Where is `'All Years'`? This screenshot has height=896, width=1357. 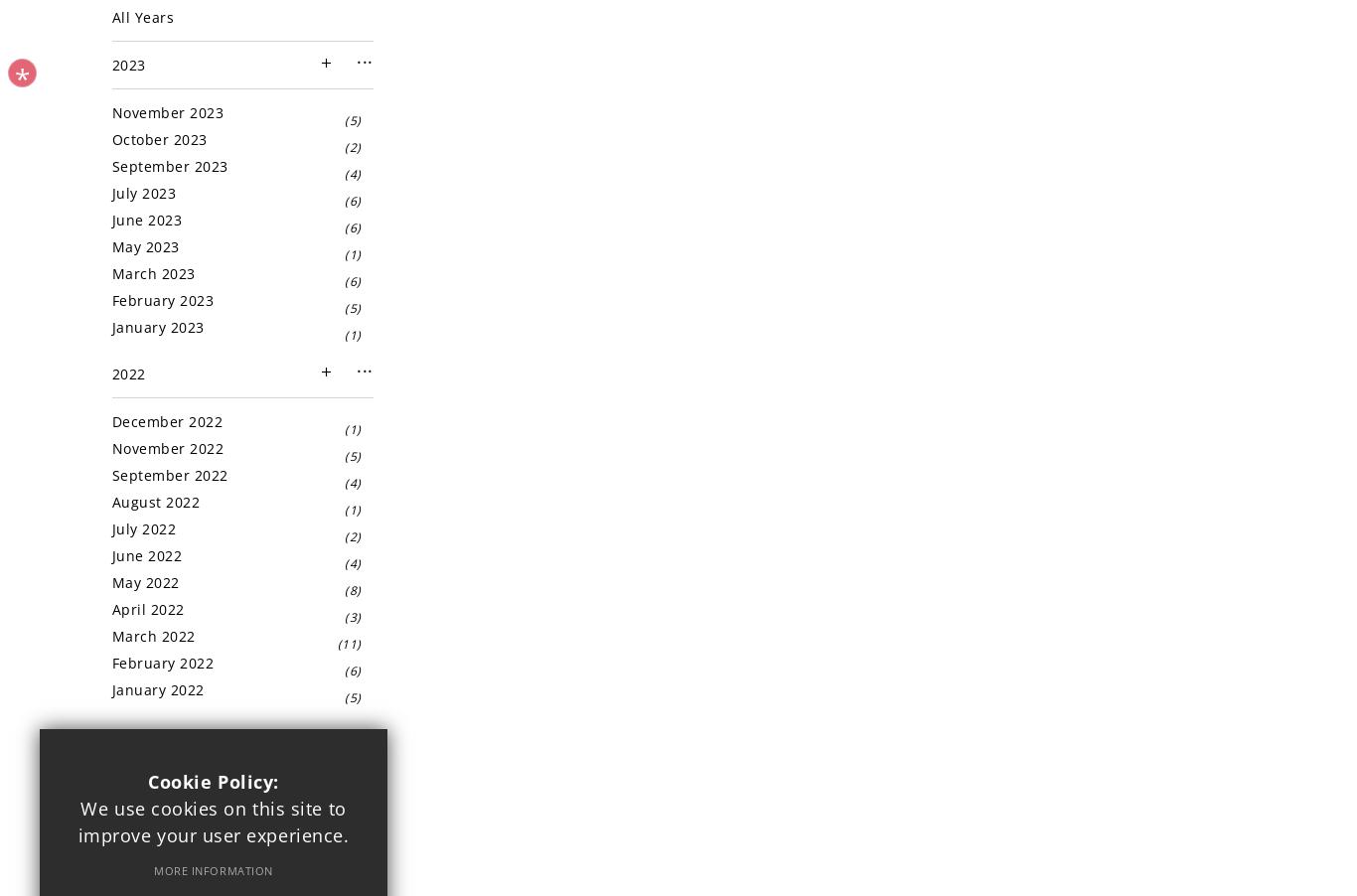 'All Years' is located at coordinates (141, 16).